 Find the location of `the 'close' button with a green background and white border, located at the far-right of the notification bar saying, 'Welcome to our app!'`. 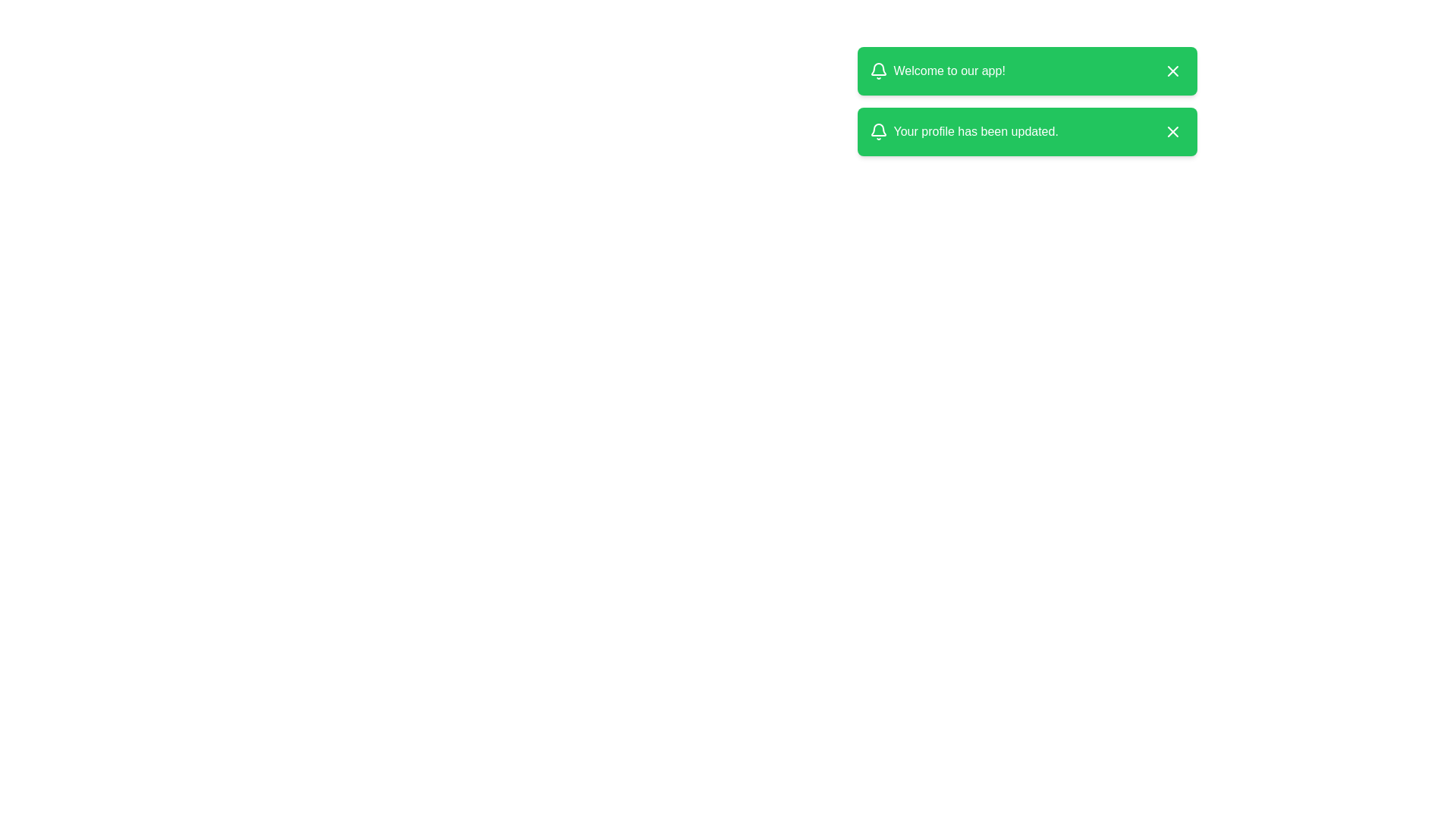

the 'close' button with a green background and white border, located at the far-right of the notification bar saying, 'Welcome to our app!' is located at coordinates (1172, 71).